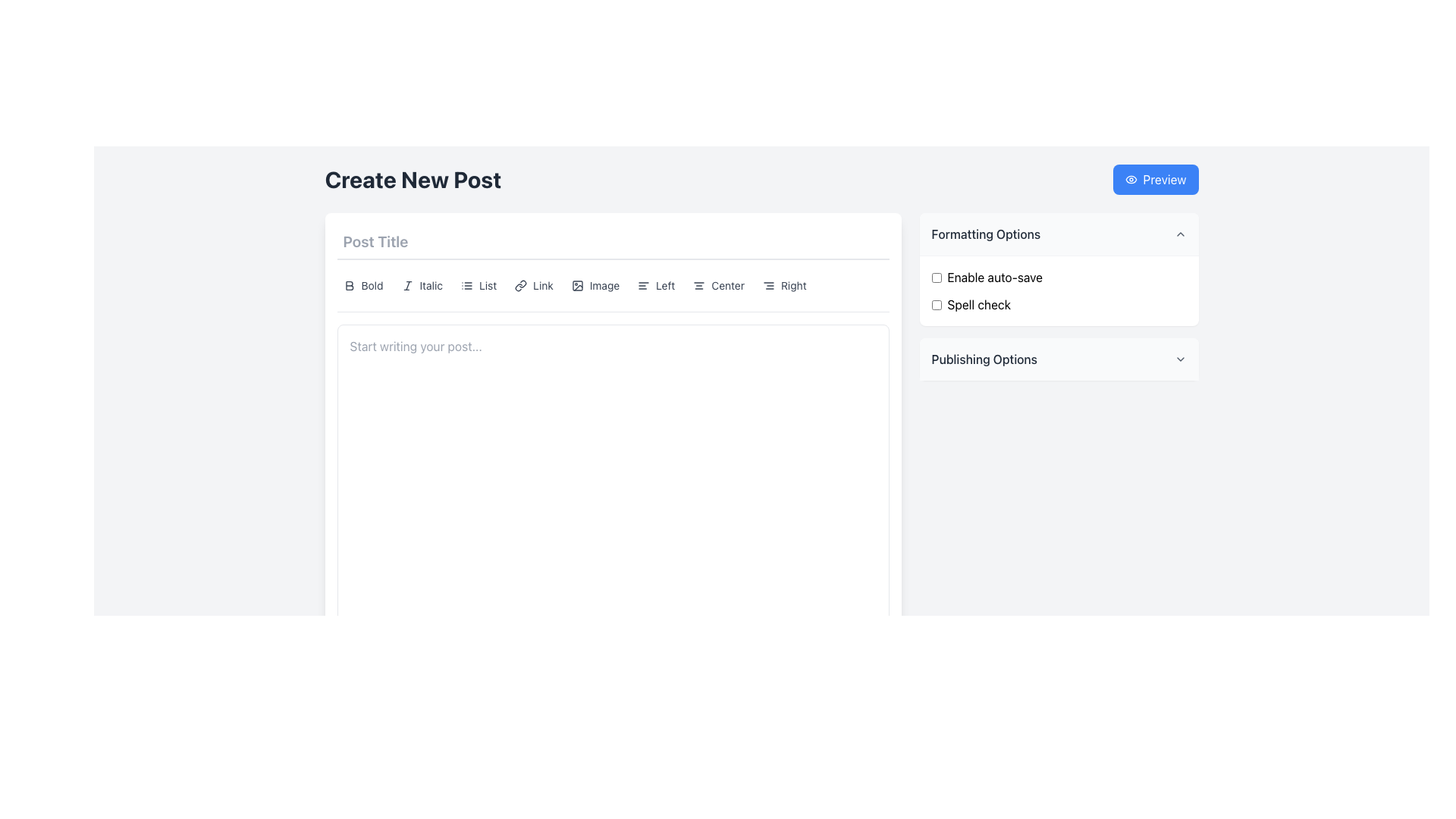 Image resolution: width=1456 pixels, height=819 pixels. I want to click on the 'List' formatting button located in the toolbar under the 'Post Title' heading, so click(478, 286).